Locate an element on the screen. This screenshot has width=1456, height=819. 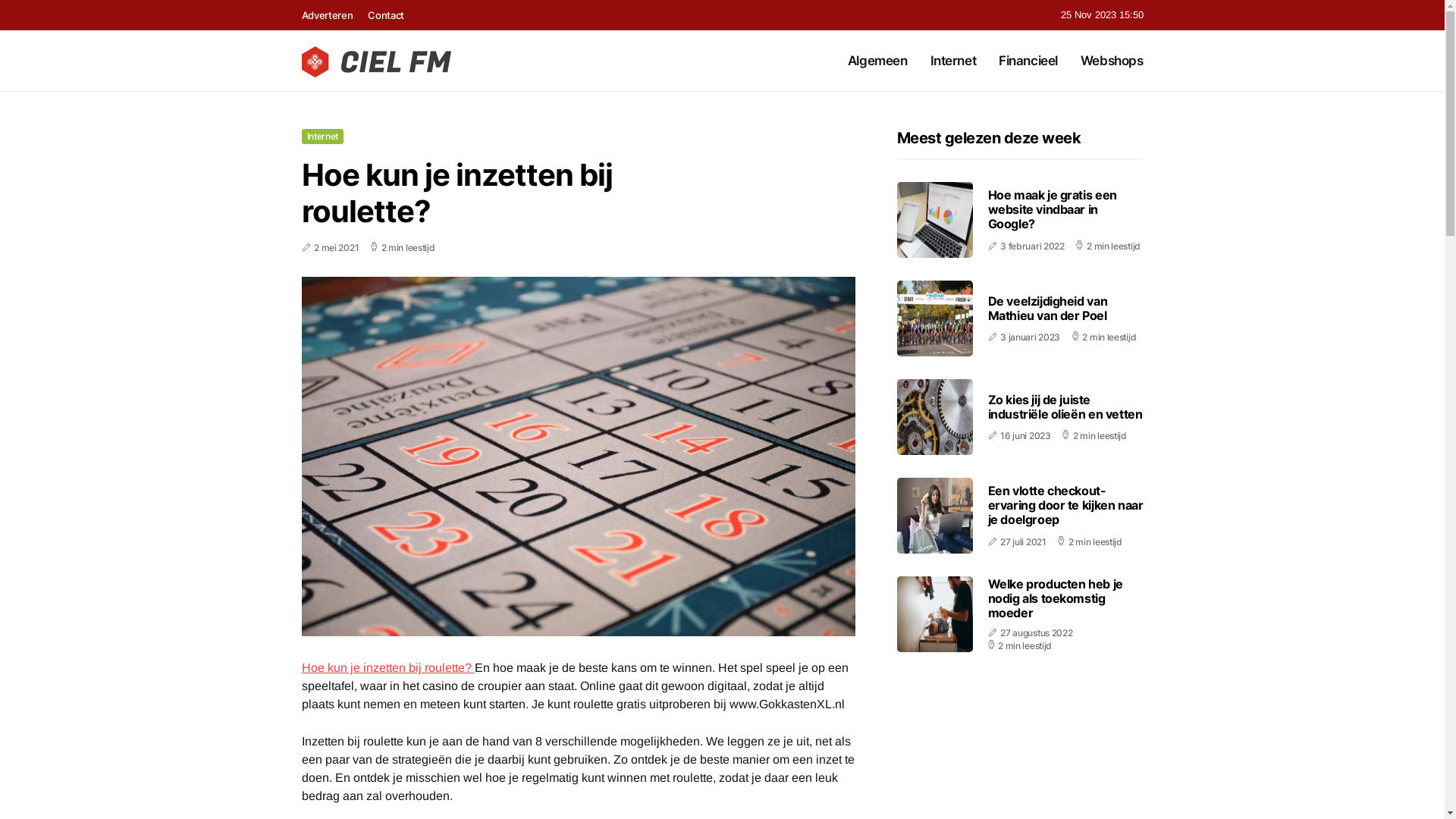
'De veelzijdigheid van Mathieu van der Poel' is located at coordinates (1046, 307).